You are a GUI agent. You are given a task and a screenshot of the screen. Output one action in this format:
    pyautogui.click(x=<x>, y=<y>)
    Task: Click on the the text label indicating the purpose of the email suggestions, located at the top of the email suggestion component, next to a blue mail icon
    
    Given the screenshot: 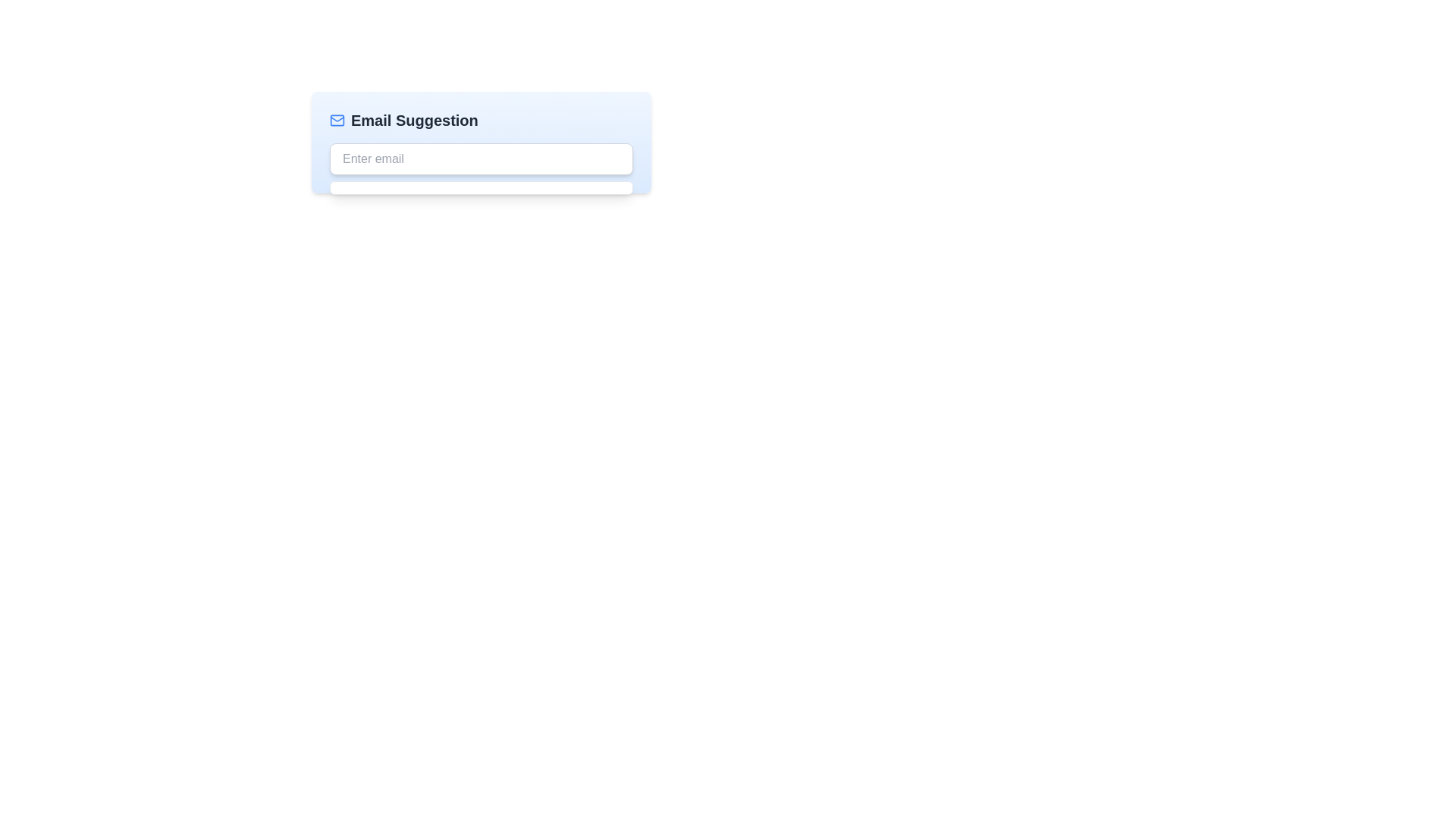 What is the action you would take?
    pyautogui.click(x=414, y=119)
    